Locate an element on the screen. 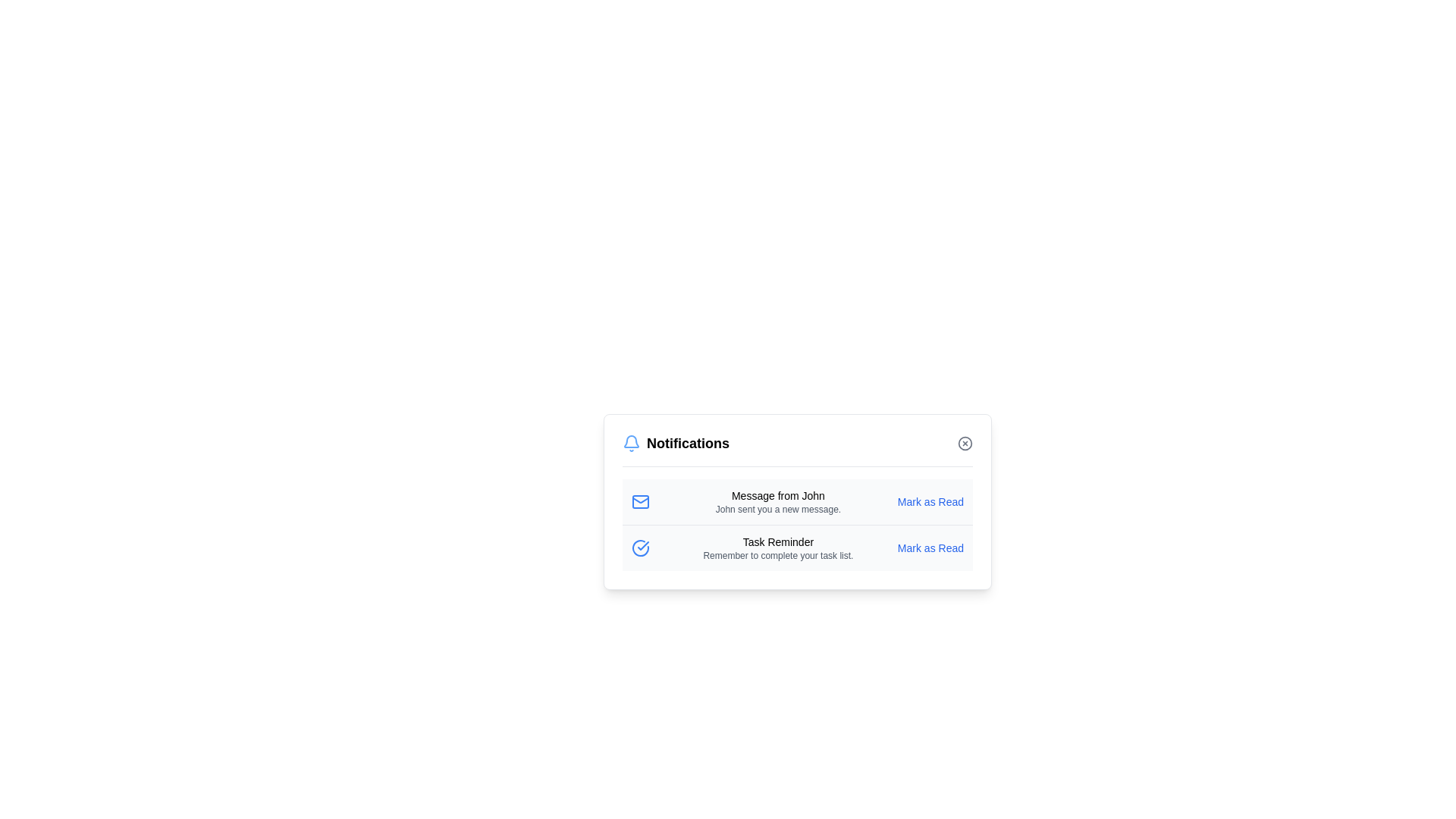 Image resolution: width=1456 pixels, height=819 pixels. the interactive text link styled in blue with the text 'Mark as Read', located in the bottom-right corner of the 'Task Reminder' notification to trigger the underline effect is located at coordinates (930, 548).